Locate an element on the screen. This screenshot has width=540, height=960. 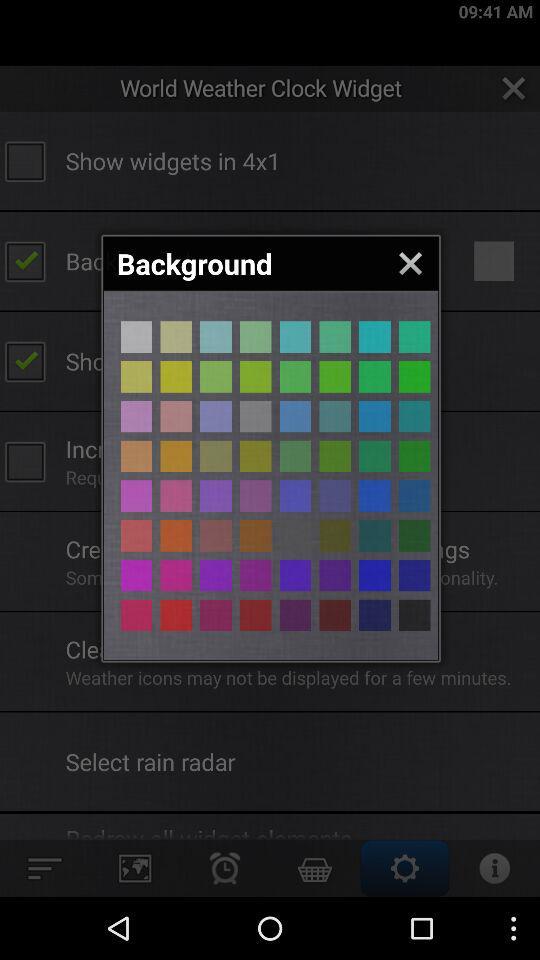
different color page is located at coordinates (294, 495).